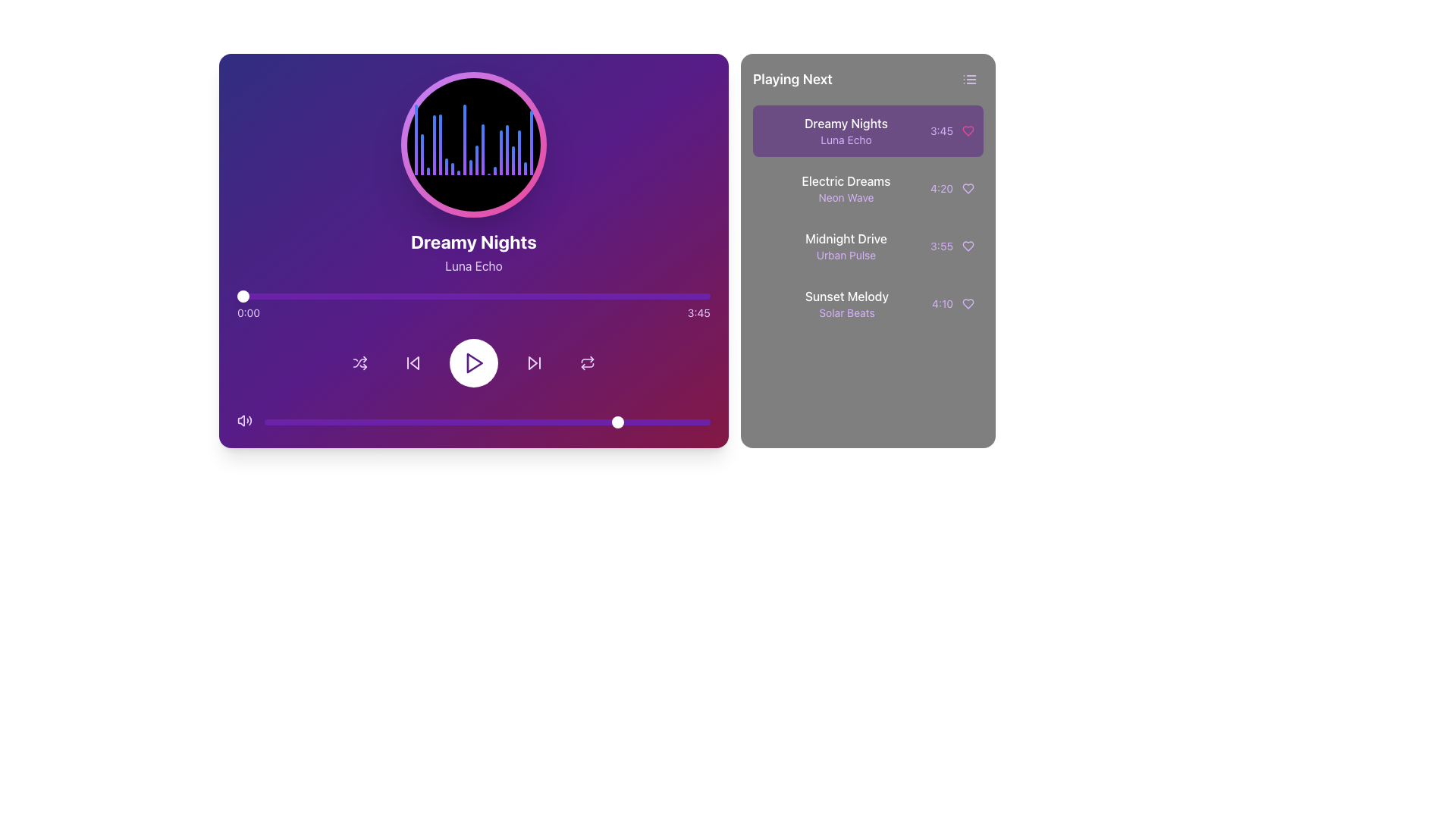  What do you see at coordinates (586, 362) in the screenshot?
I see `the repeat icon button, which is styled with two circular arrows in white on a purple background, located to the immediate right of the play button in the music player section` at bounding box center [586, 362].